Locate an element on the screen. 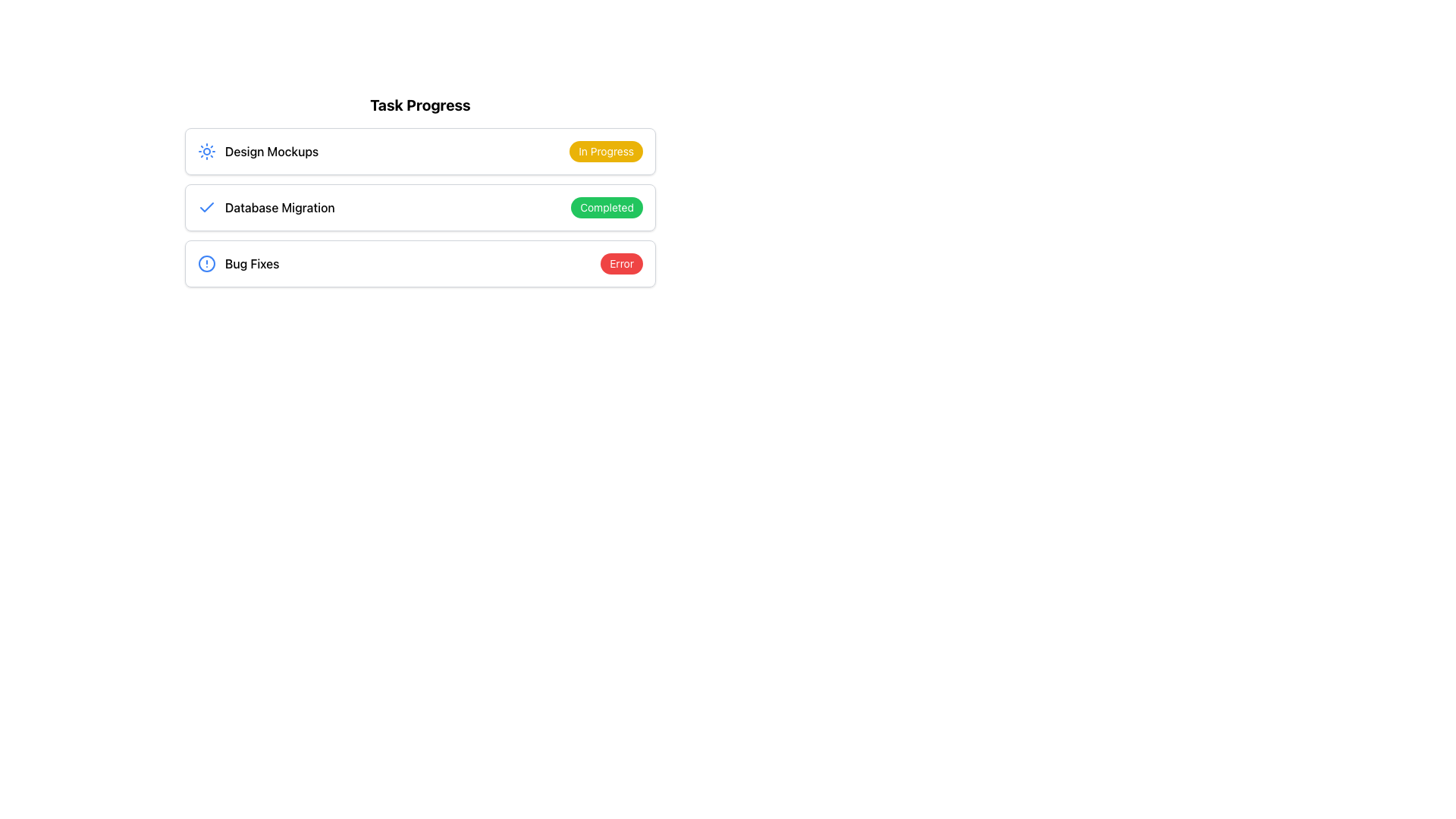 The image size is (1456, 819). the completed task card for 'Database Migration' in the task progress tracker is located at coordinates (420, 207).